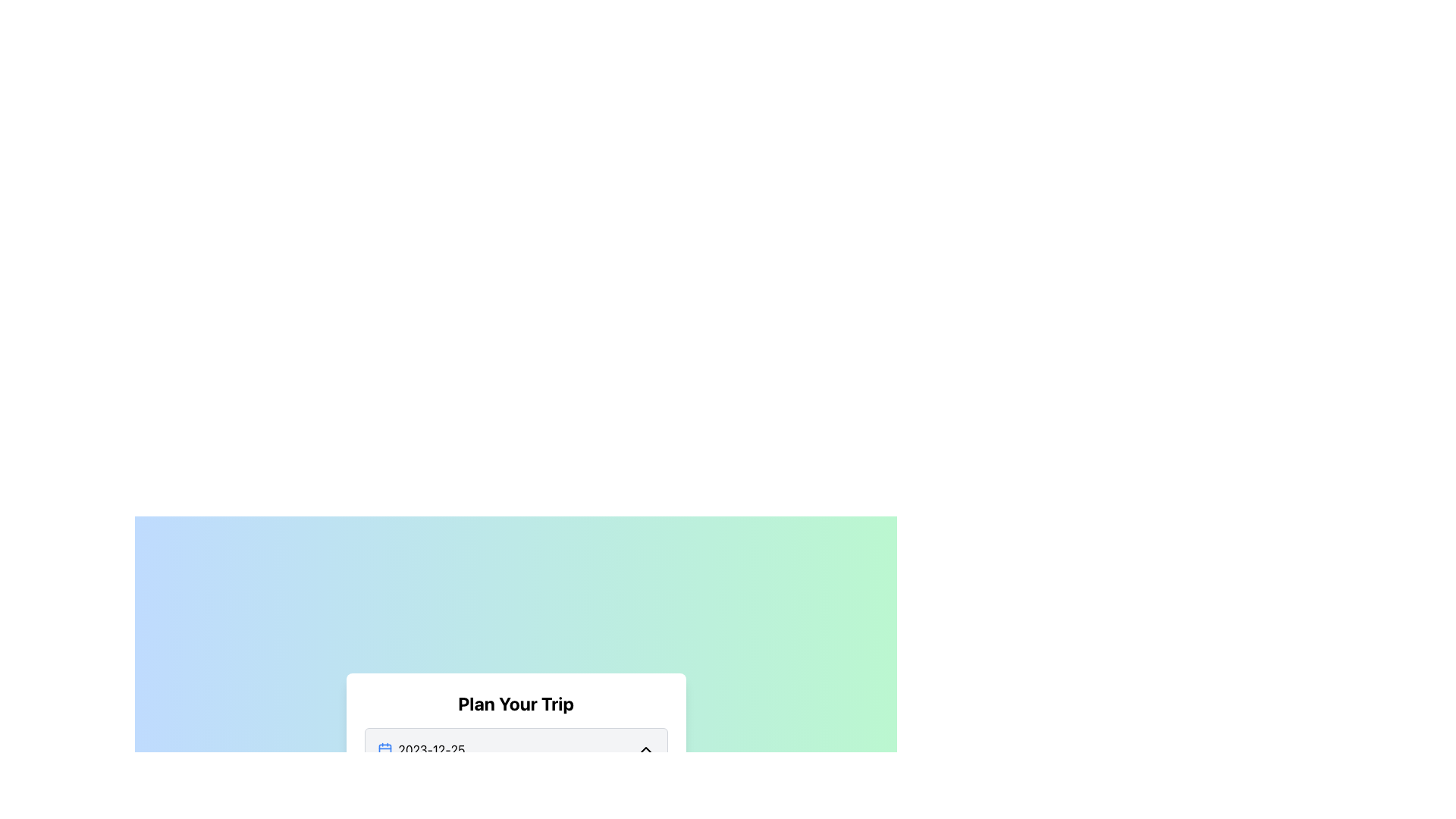 The height and width of the screenshot is (819, 1456). I want to click on the chevron icon located at the right end of the horizontal layout containing the text '2023-12-25', so click(645, 748).